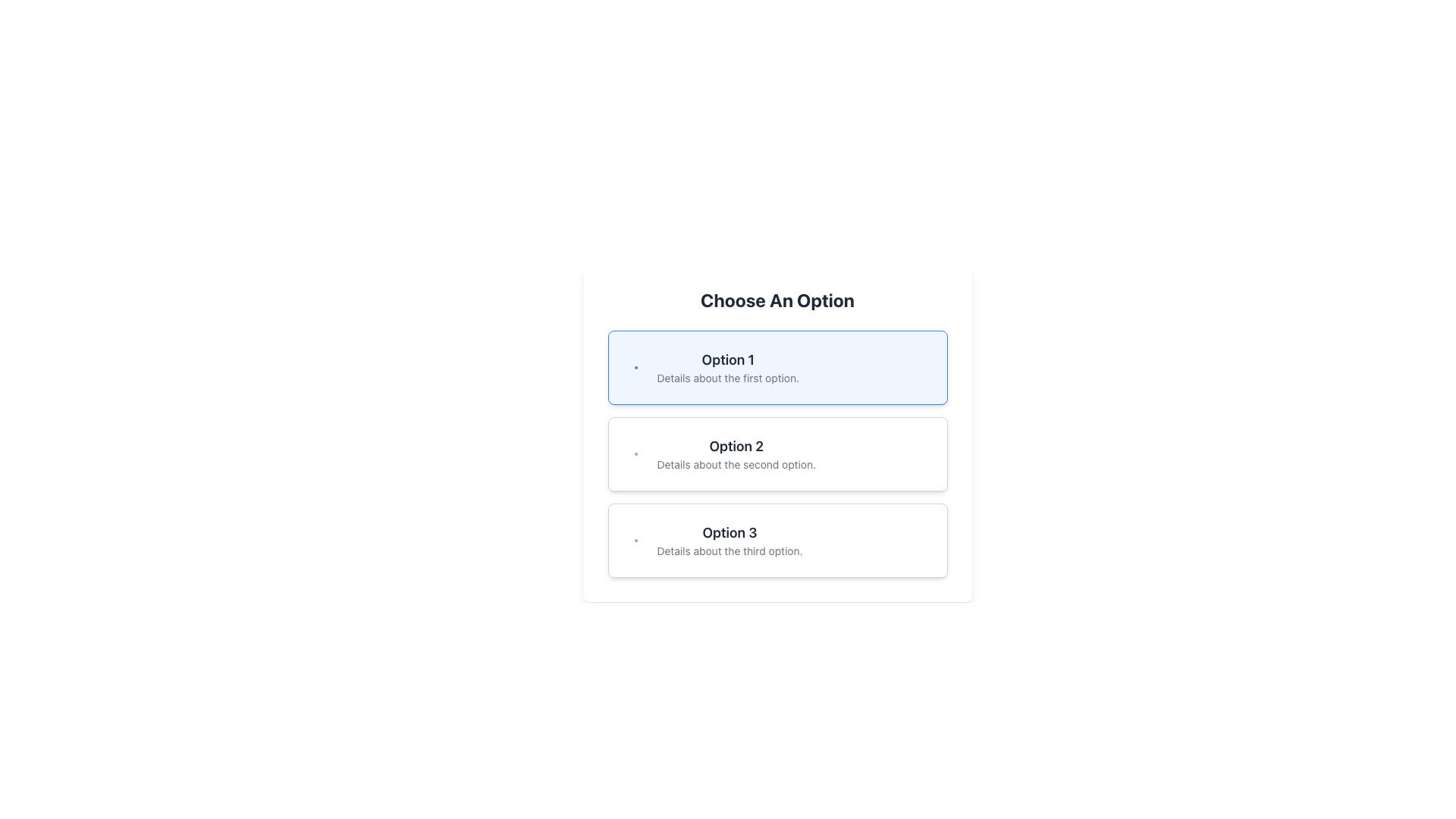 Image resolution: width=1456 pixels, height=819 pixels. Describe the element at coordinates (635, 453) in the screenshot. I see `the small gray circular dot located at the top-left corner of the 'Option 2' card, which serves as a graphical marker` at that location.